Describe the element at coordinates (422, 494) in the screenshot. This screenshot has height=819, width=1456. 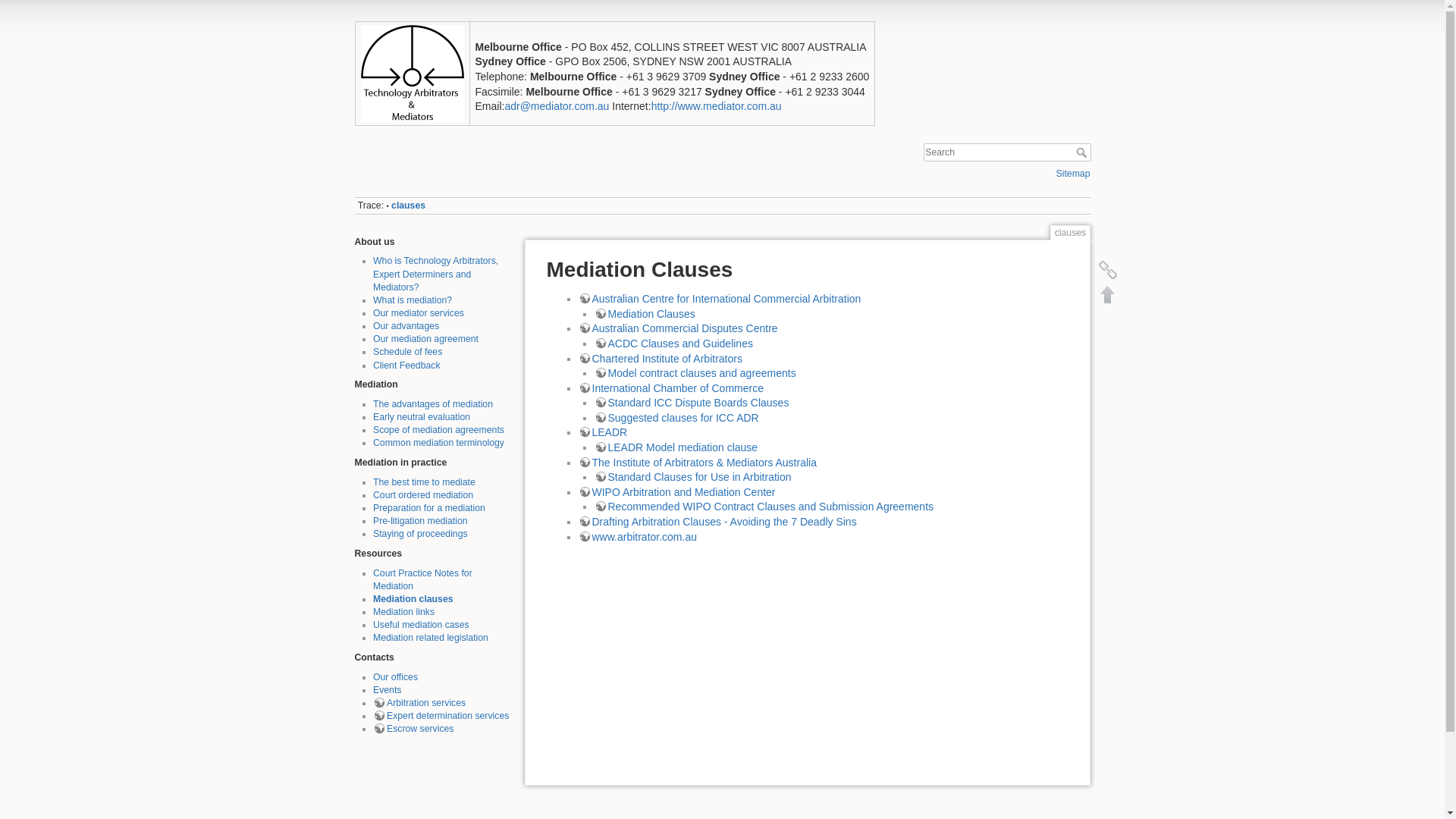
I see `'Court ordered mediation'` at that location.